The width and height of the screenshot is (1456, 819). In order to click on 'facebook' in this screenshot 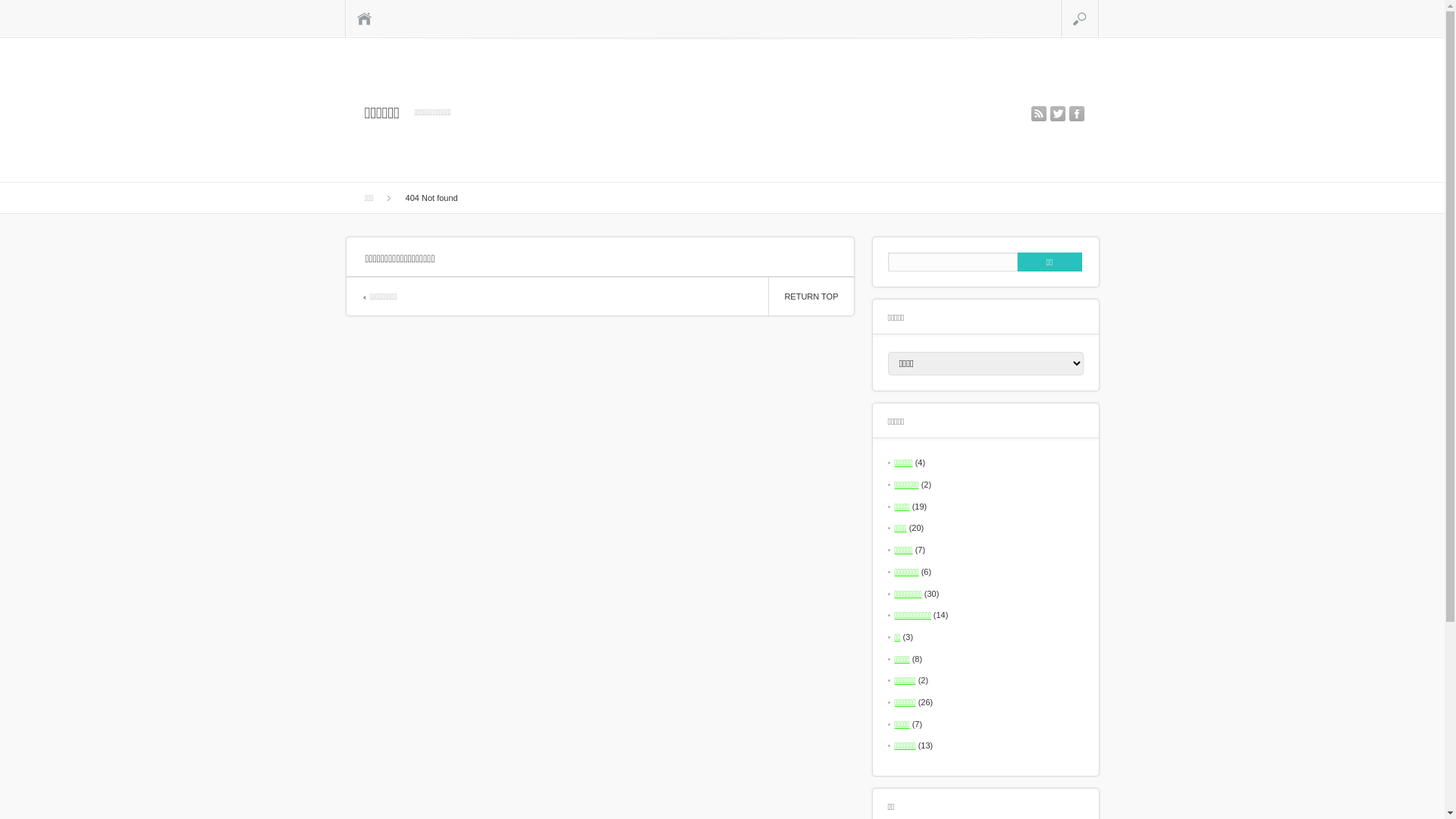, I will do `click(1076, 113)`.